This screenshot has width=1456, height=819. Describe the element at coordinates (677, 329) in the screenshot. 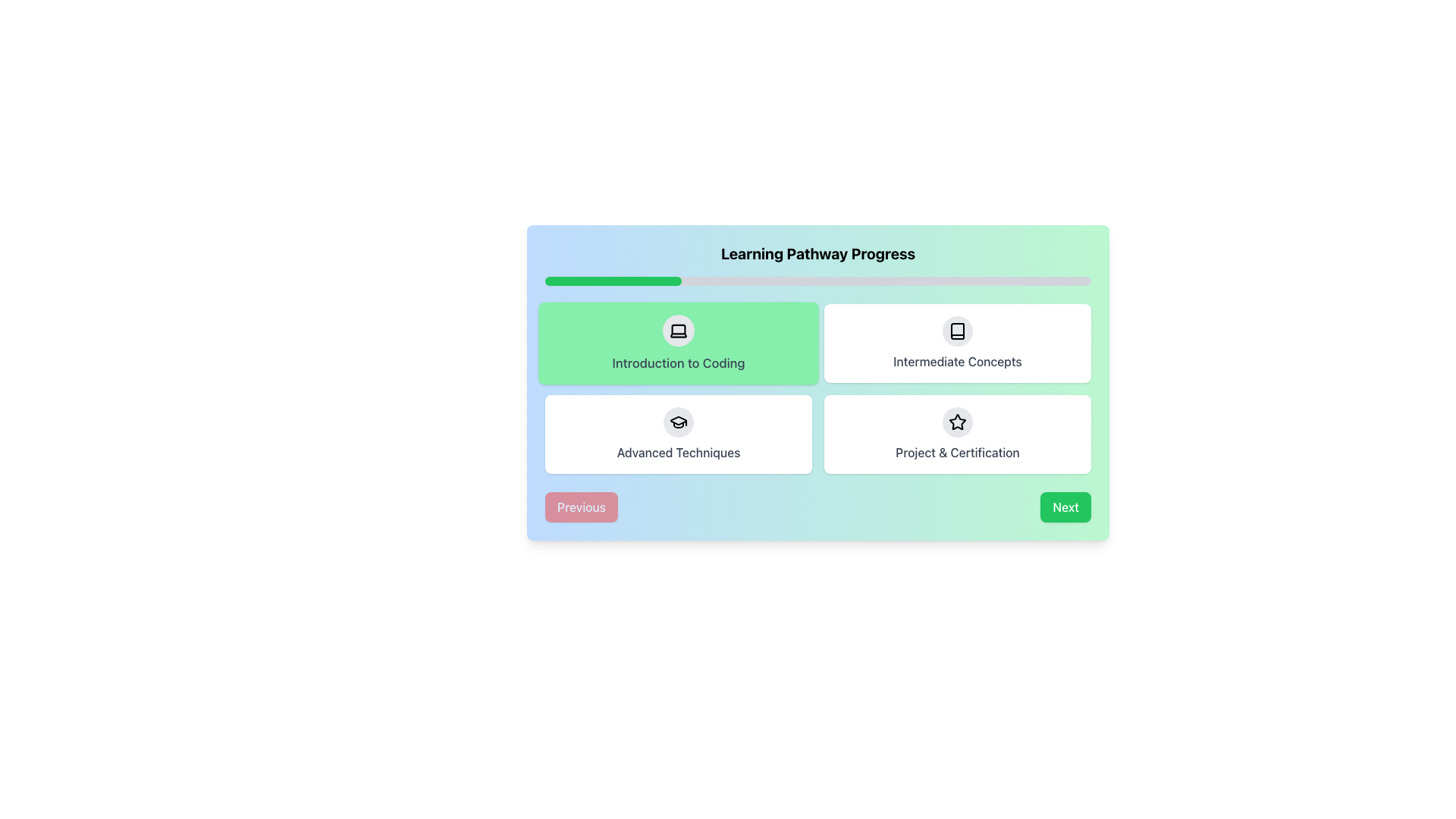

I see `the laptop icon within the green 'Introduction to Coding' button located in the top-left corner of the grid` at that location.